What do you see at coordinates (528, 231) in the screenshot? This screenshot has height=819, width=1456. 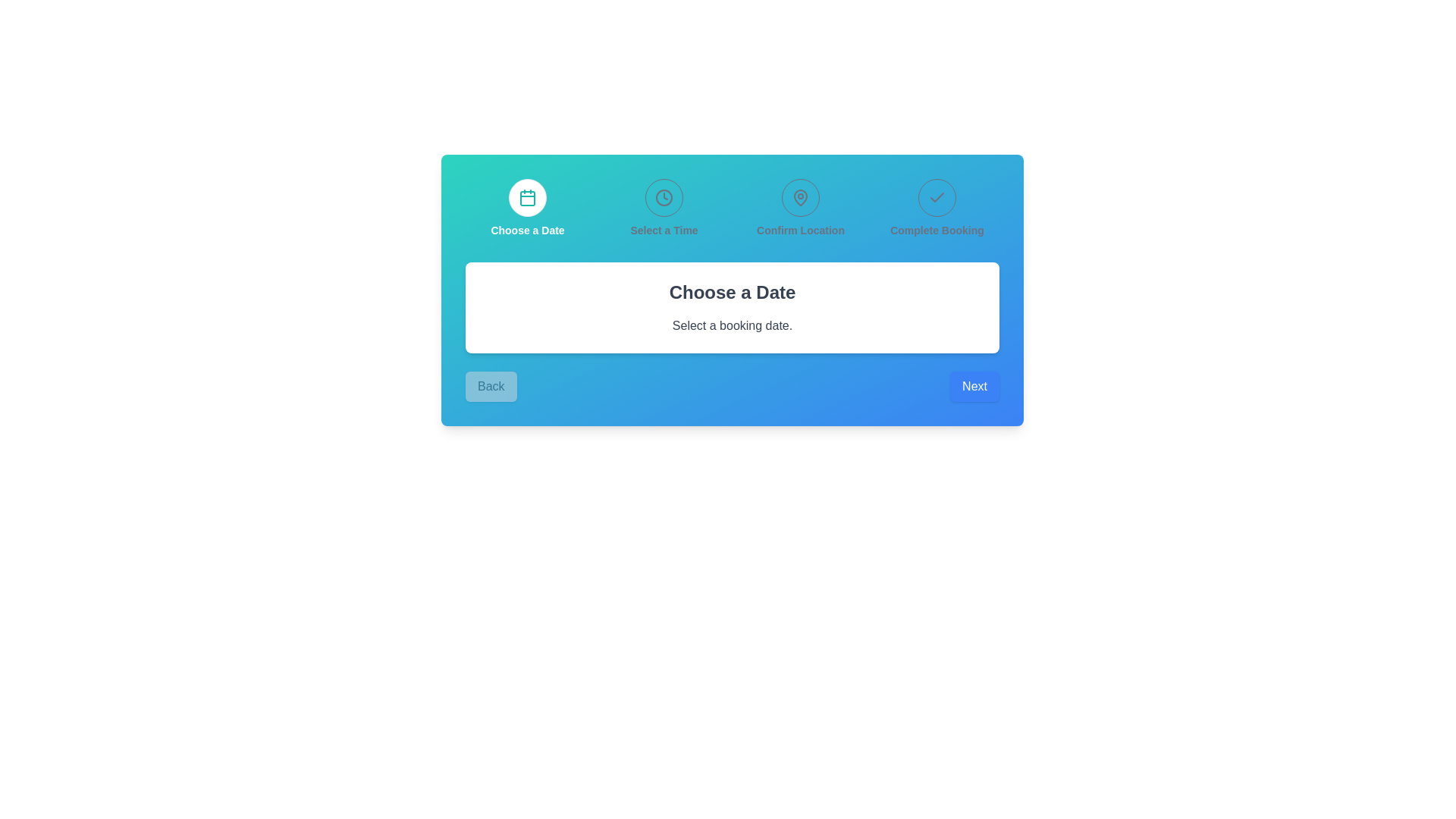 I see `the static text label that reads 'Choose a Date', which is styled in bold white font and is located below a calendar icon in the step navigation interface` at bounding box center [528, 231].